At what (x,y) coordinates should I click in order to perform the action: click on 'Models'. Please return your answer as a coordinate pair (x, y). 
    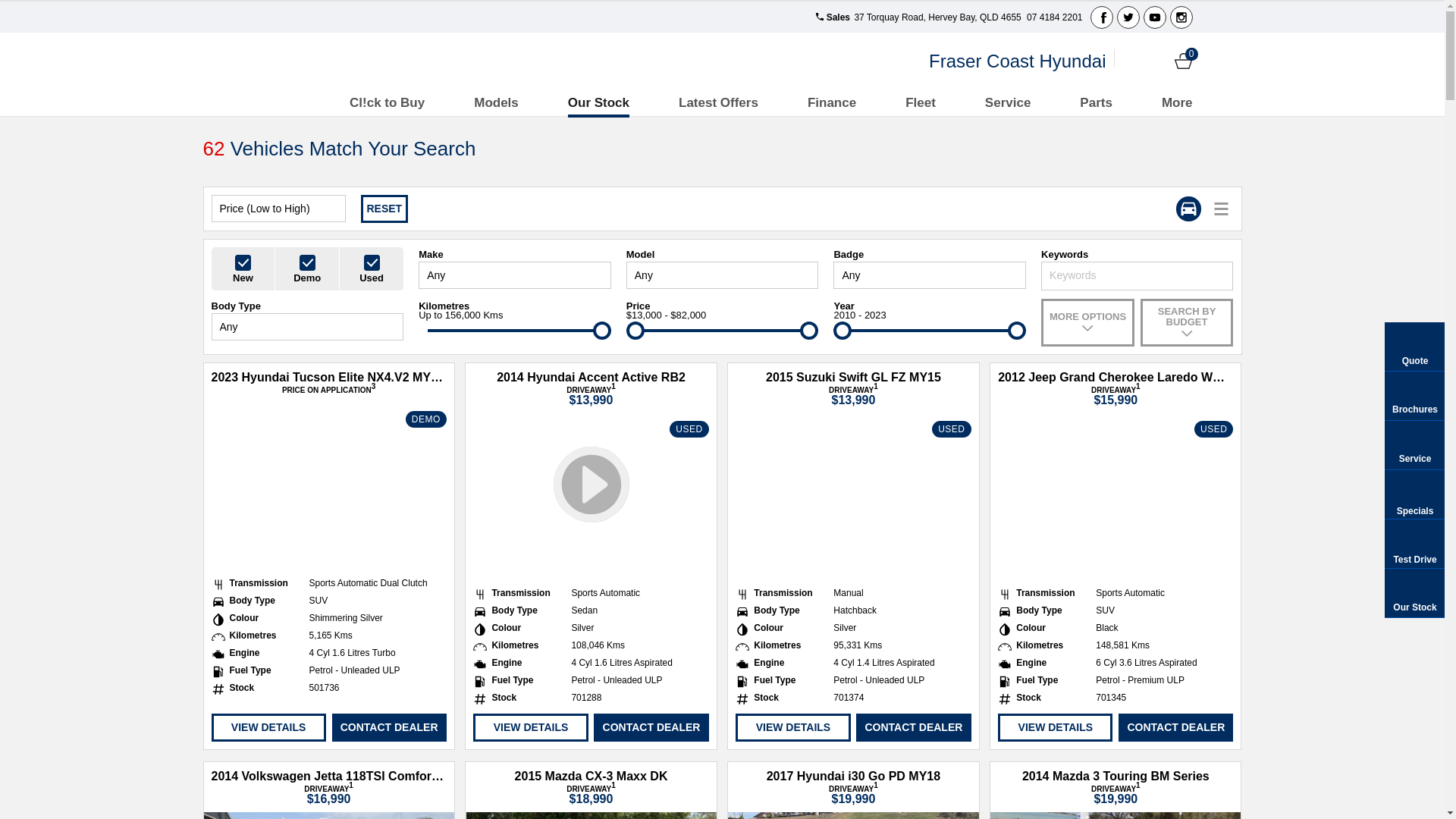
    Looking at the image, I should click on (472, 102).